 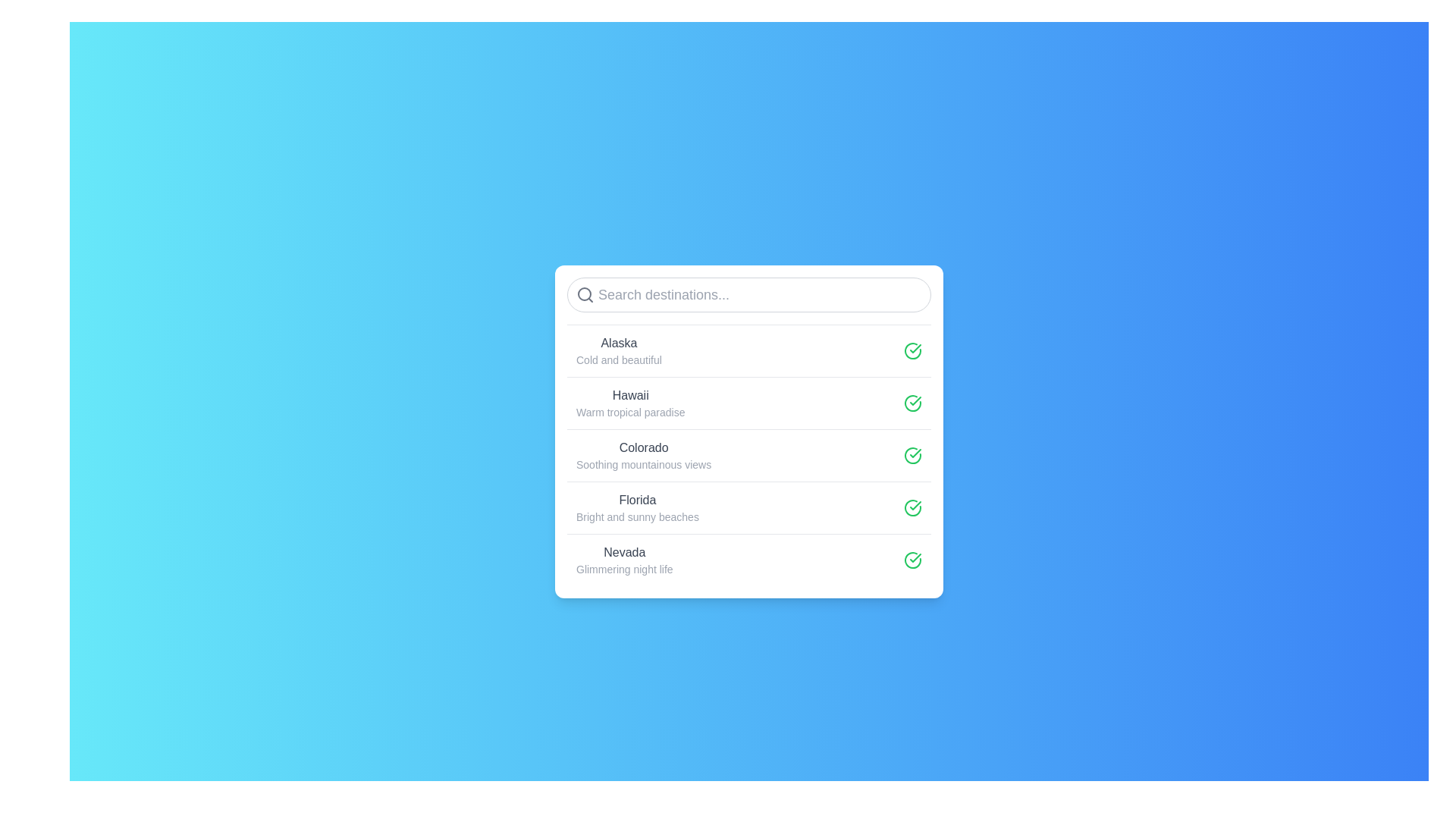 I want to click on the text label 'Florida', so click(x=637, y=500).